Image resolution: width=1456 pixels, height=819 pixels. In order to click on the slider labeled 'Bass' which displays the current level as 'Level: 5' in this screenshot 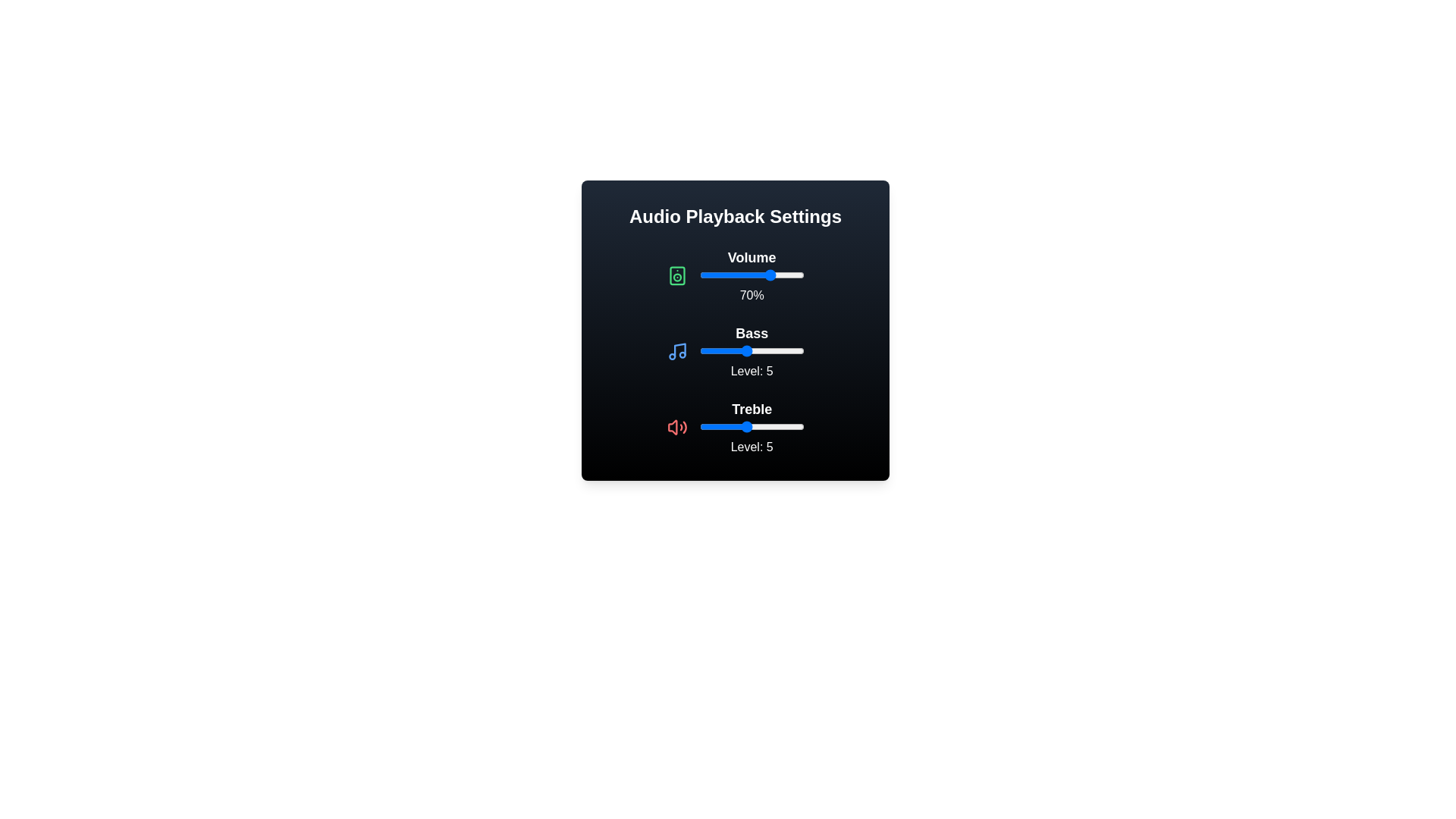, I will do `click(752, 351)`.